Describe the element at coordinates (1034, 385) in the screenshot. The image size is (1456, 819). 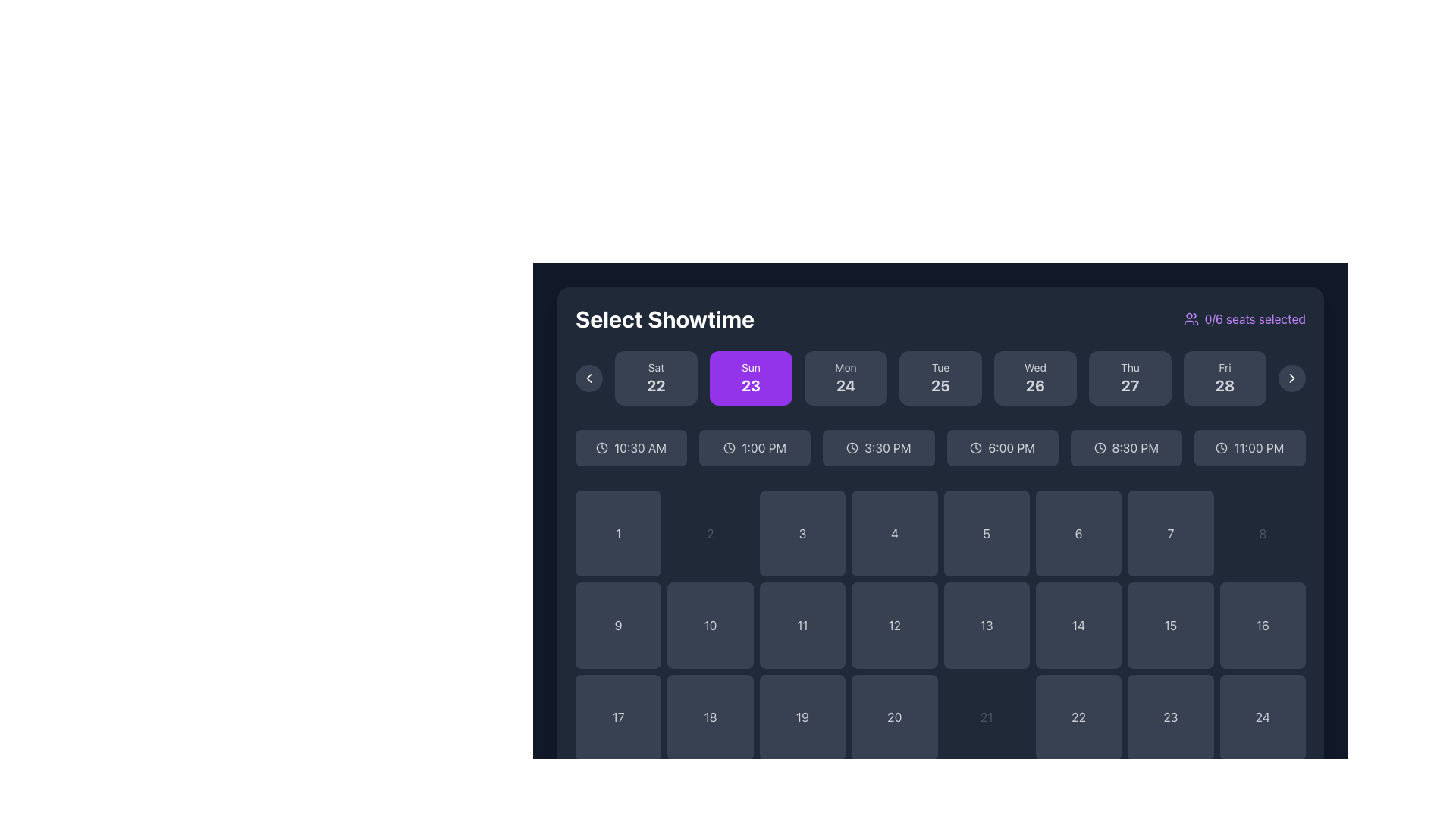
I see `displayed day value from the text label showing '26' in bold white font, located in the interactive date selector for 'Wednesday'` at that location.